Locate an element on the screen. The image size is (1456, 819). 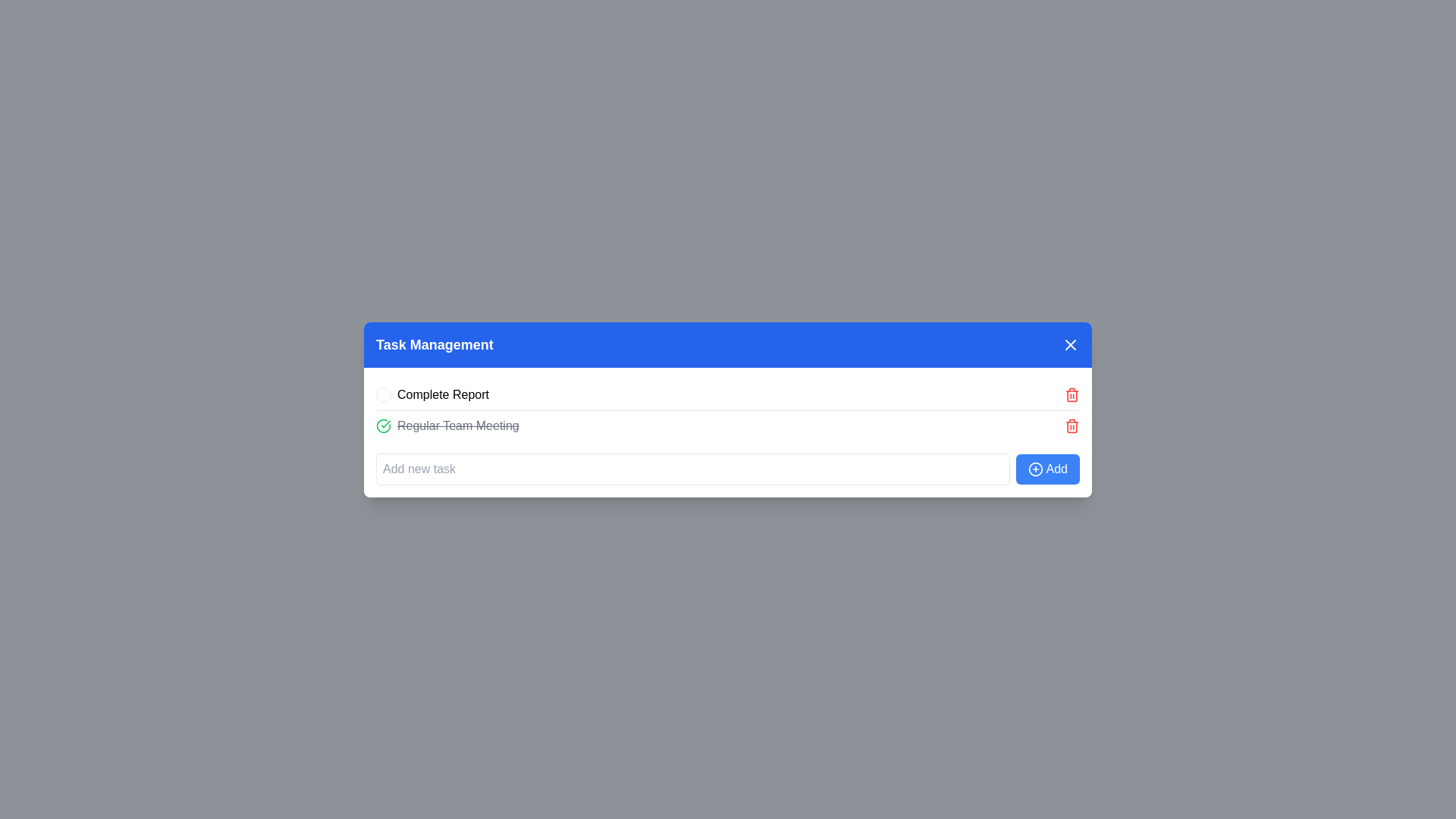
the trash icon, which is an outlined trash can located to the right of the 'Regular Team Meeting' task item is located at coordinates (1072, 427).